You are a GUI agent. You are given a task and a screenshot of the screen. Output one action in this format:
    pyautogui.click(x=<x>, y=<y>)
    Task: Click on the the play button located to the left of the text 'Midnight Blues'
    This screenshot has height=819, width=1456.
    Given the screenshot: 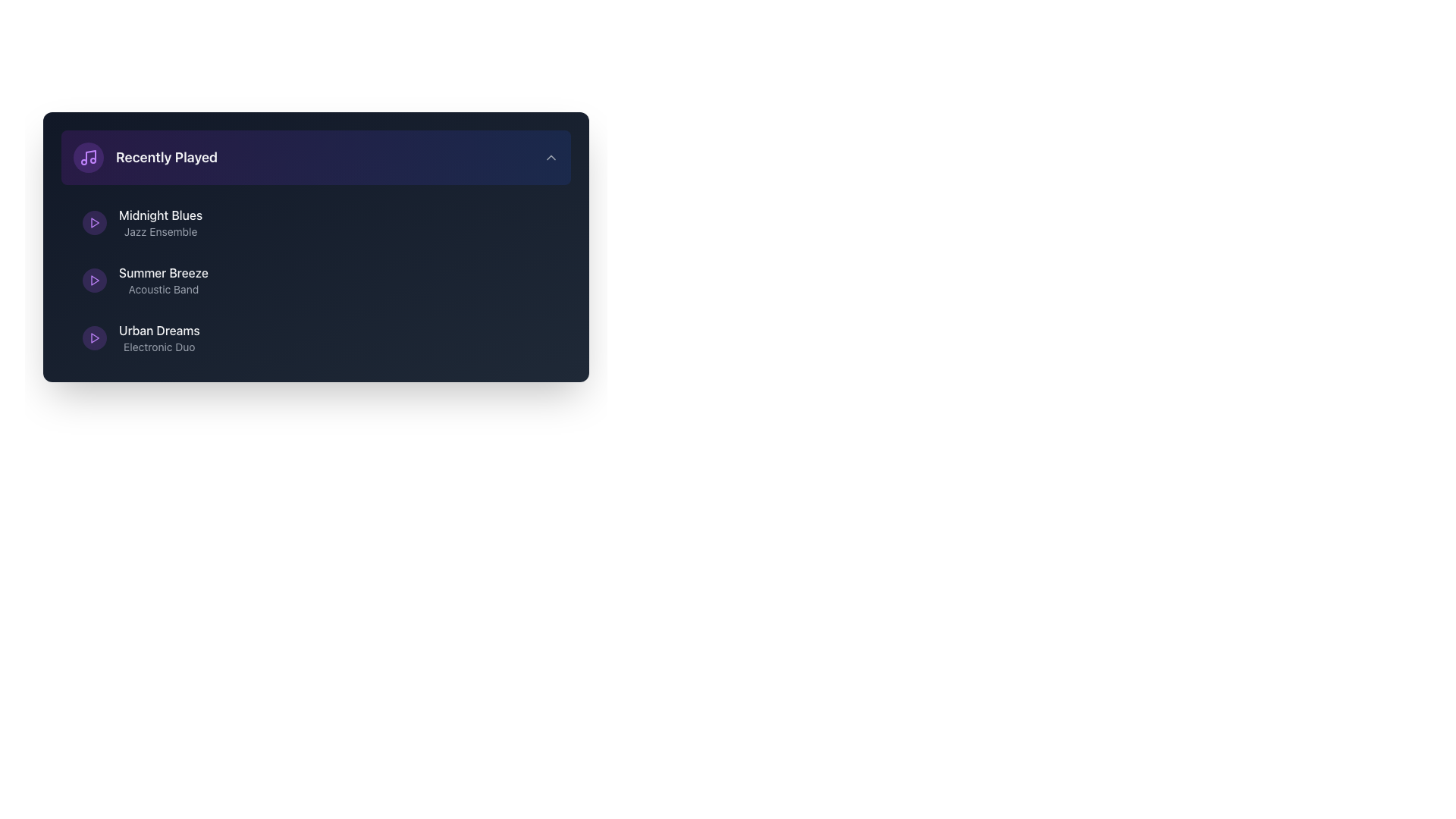 What is the action you would take?
    pyautogui.click(x=93, y=222)
    